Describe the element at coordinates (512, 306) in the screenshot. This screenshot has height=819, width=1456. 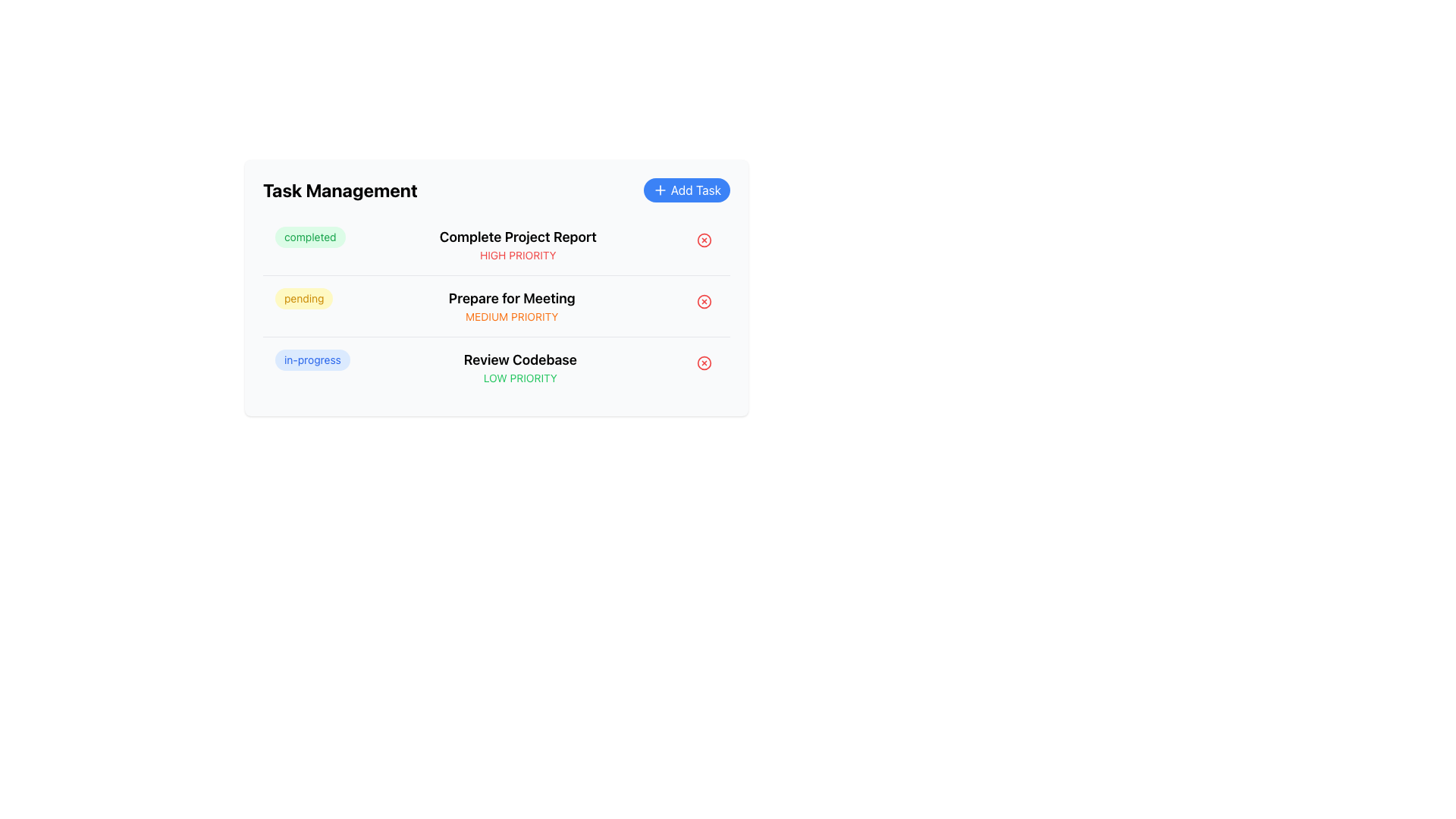
I see `text of the Text block that provides information about the task labeled 'Prepare for Meeting' with a priority level of 'Medium', located below the label 'pending' and above a red circular icon with an 'X'` at that location.